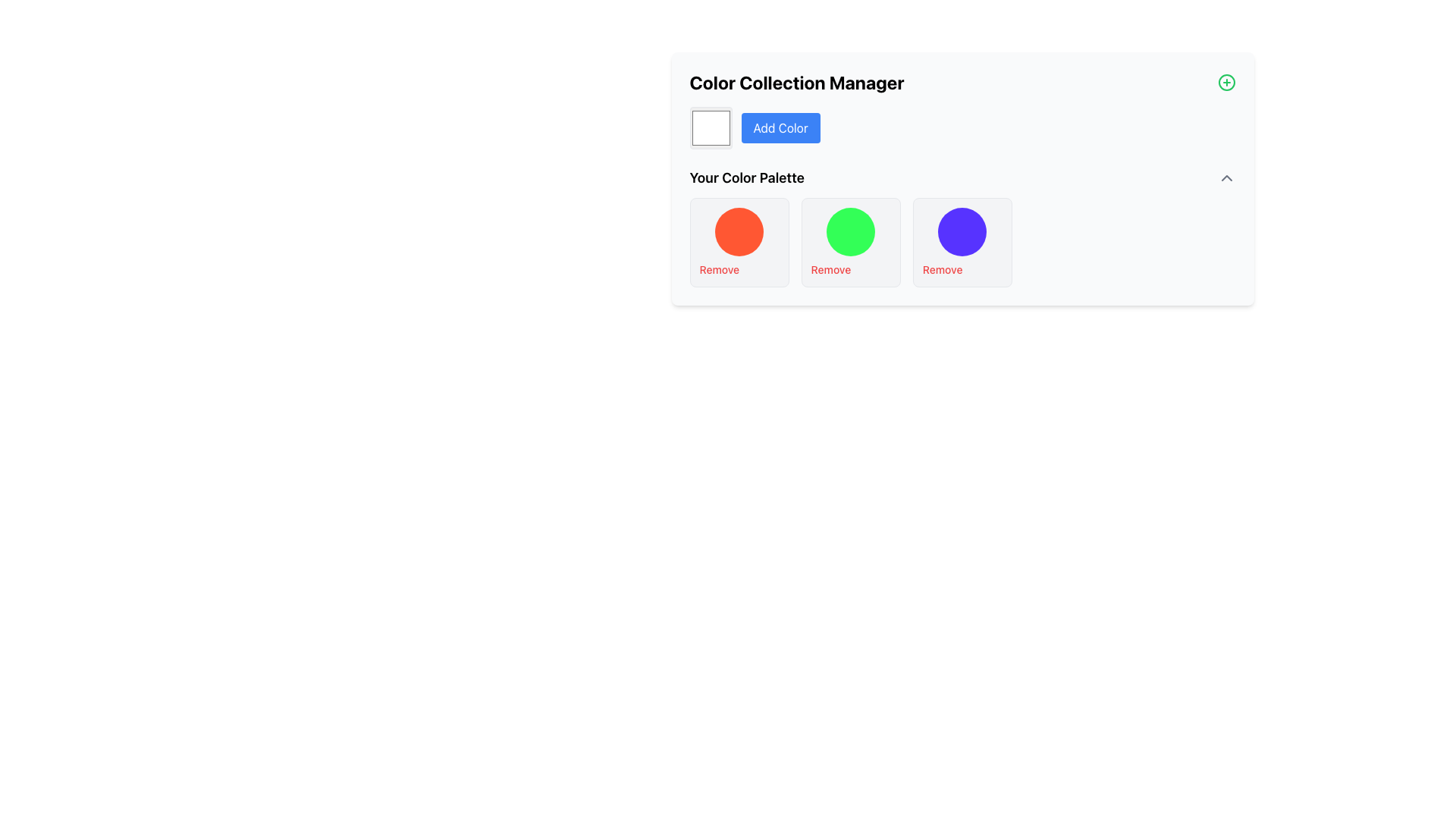 The image size is (1456, 819). What do you see at coordinates (942, 268) in the screenshot?
I see `the button located at the bottom-center of the third card in the 'Your Color Palette' section` at bounding box center [942, 268].